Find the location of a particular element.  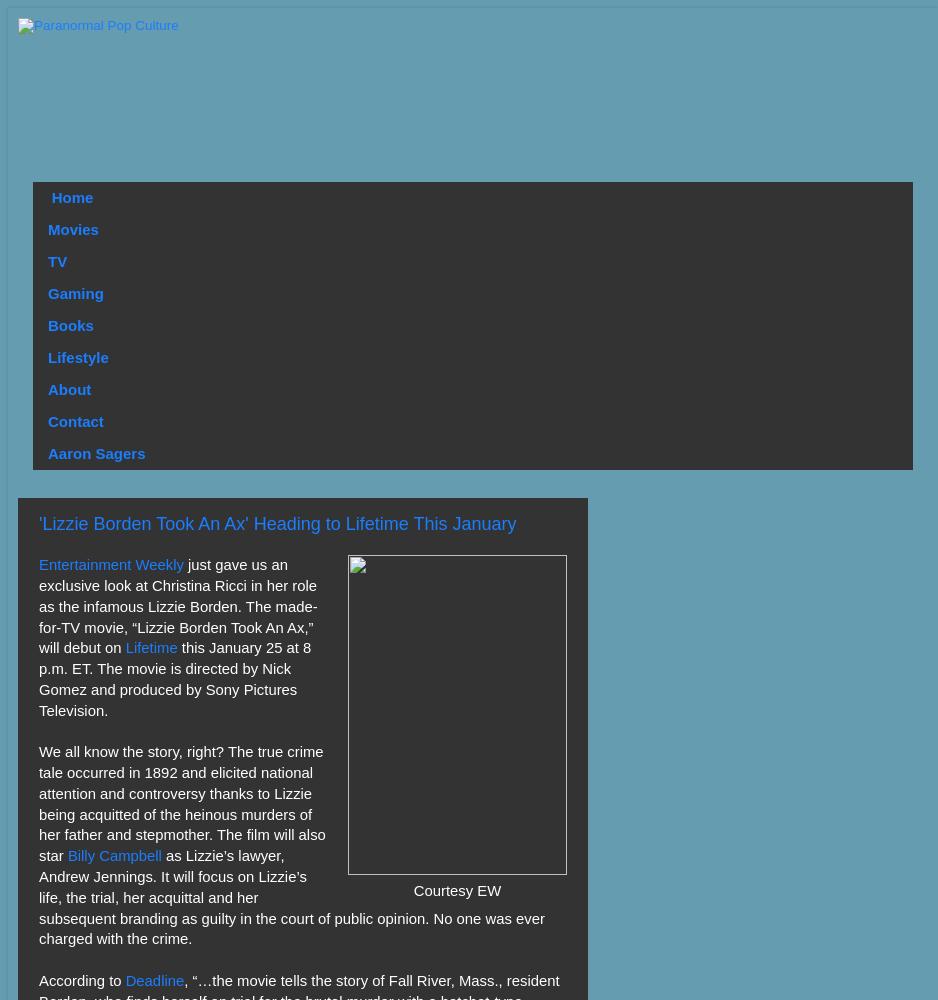

'this January 25 at 8 p.m. ET.  The movie is directed by Nick Gomez and produced by Sony Pictures Television.' is located at coordinates (174, 679).